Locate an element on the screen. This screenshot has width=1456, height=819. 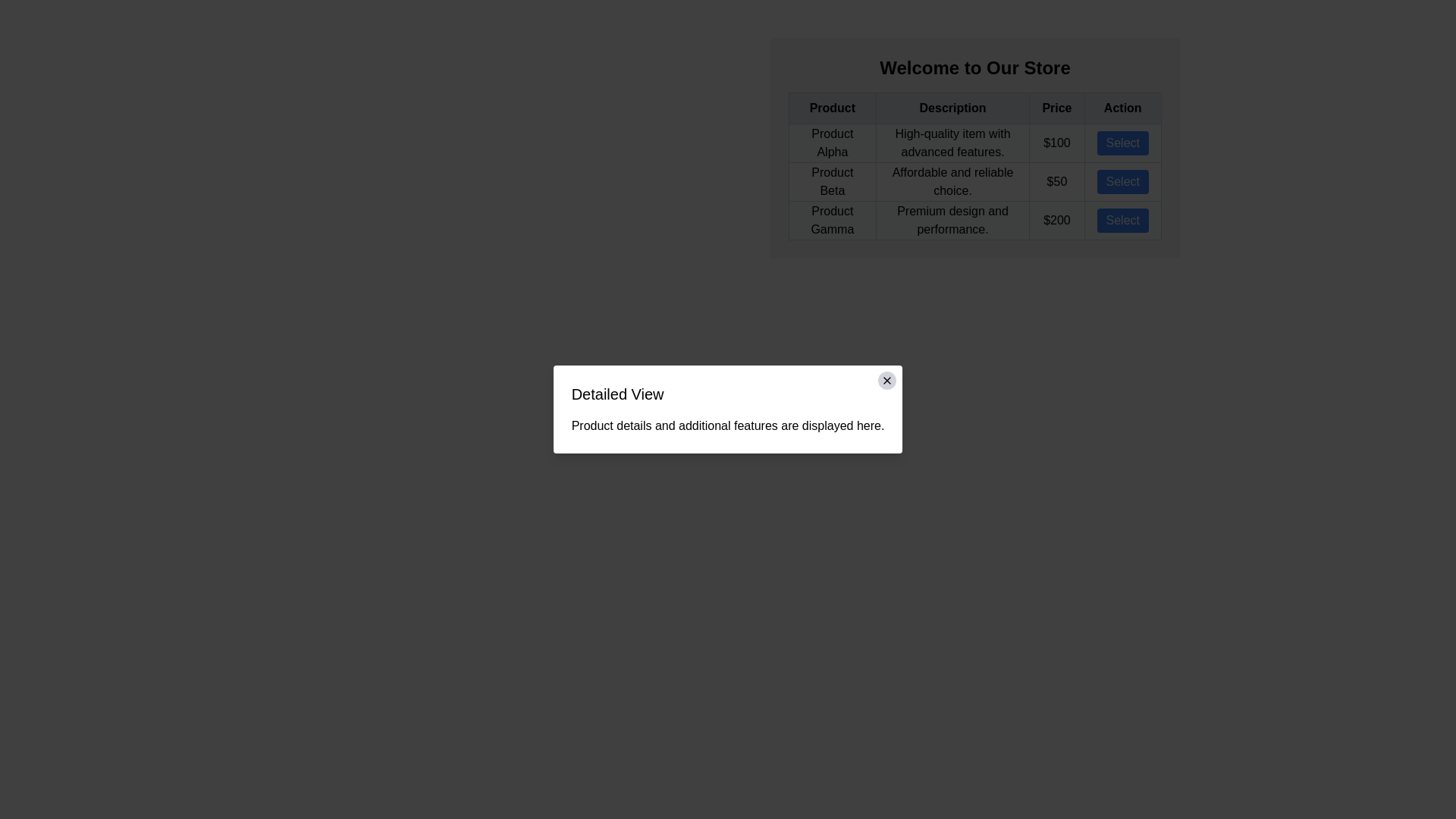
text element displaying the price '$50' located in the third column 'Price' and second row of the table is located at coordinates (1056, 180).